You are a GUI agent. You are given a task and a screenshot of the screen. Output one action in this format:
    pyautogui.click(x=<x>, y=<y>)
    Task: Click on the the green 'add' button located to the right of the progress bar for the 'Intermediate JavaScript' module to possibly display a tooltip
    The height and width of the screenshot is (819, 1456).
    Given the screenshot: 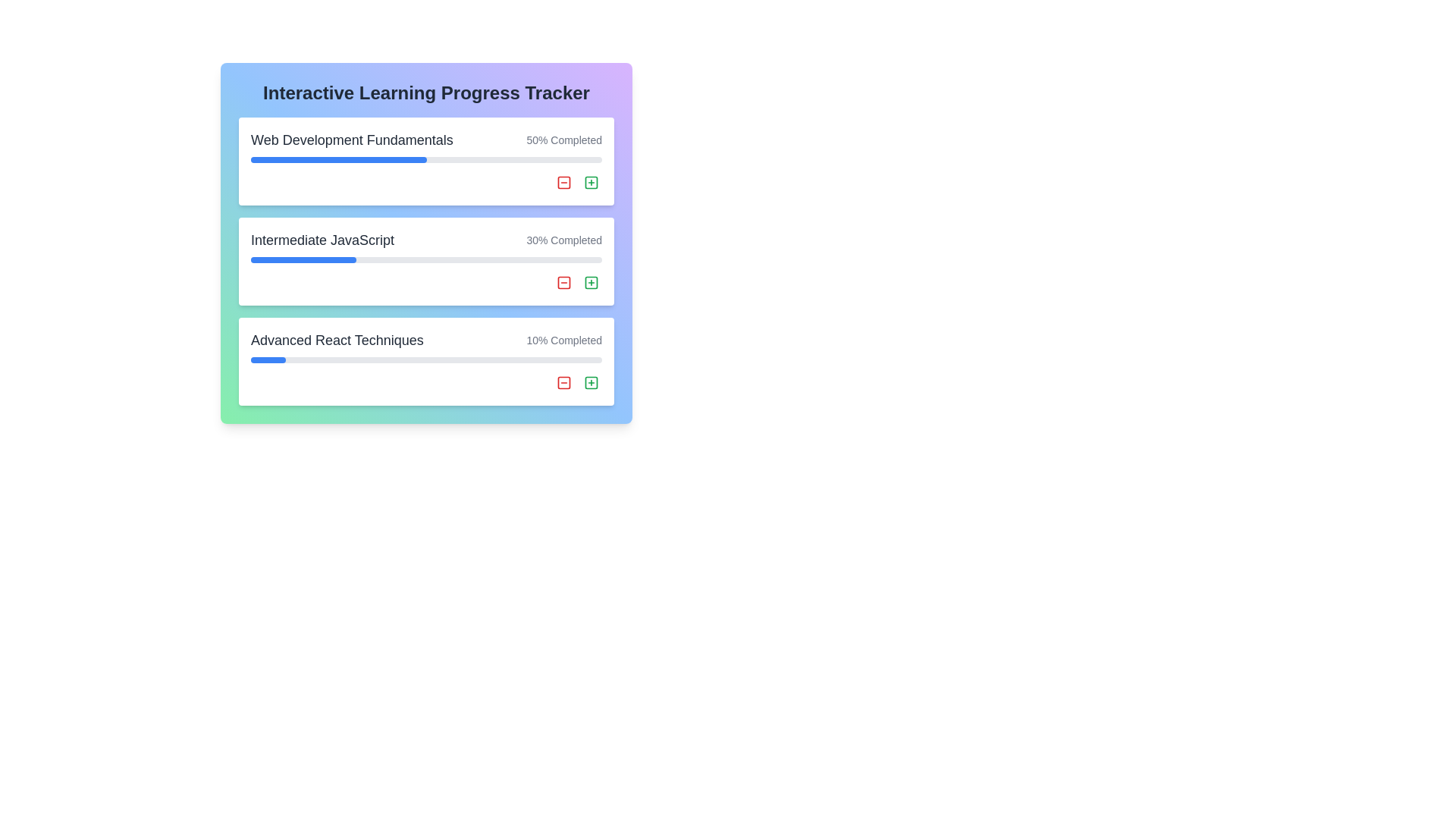 What is the action you would take?
    pyautogui.click(x=590, y=283)
    